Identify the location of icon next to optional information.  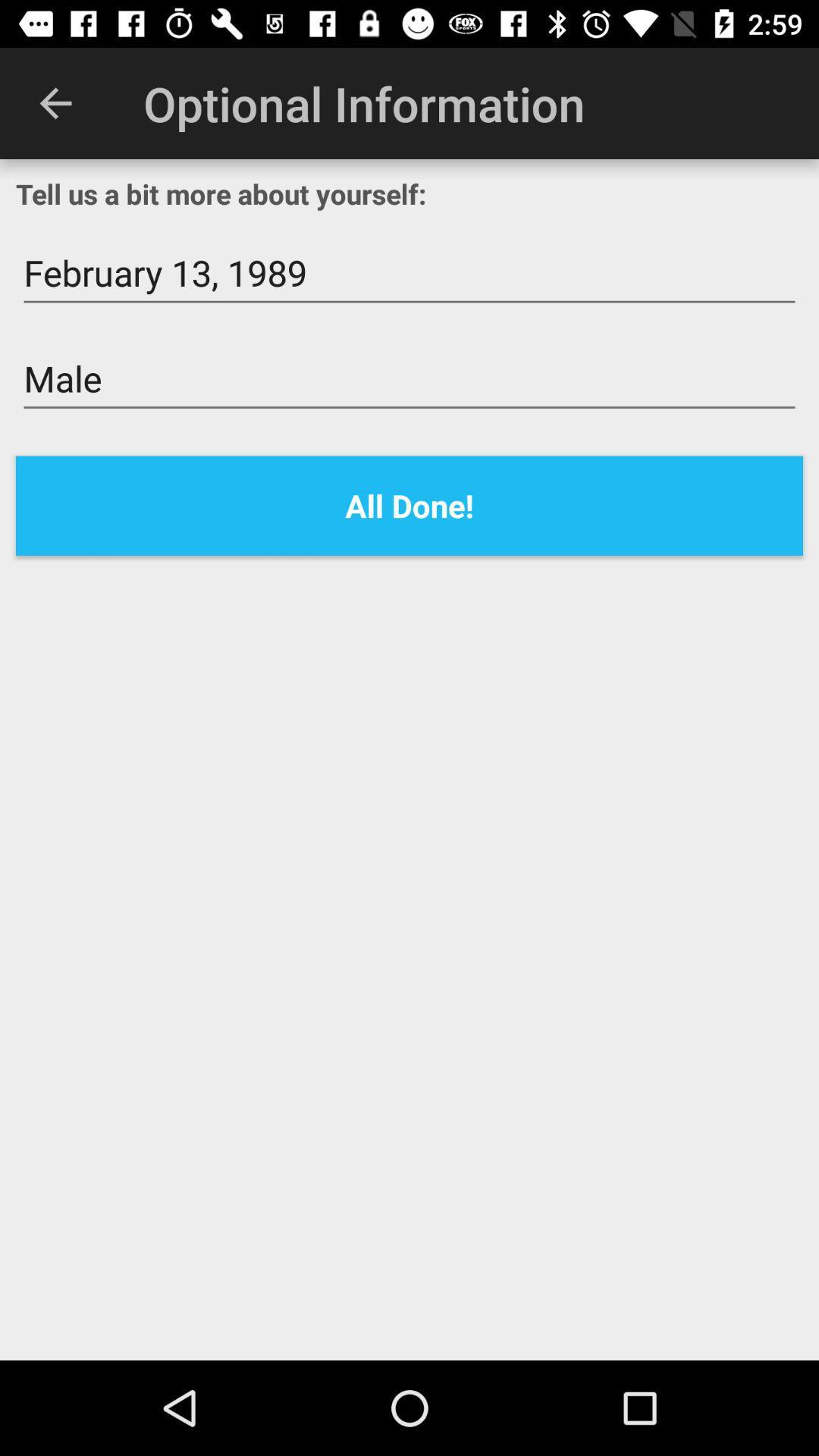
(55, 102).